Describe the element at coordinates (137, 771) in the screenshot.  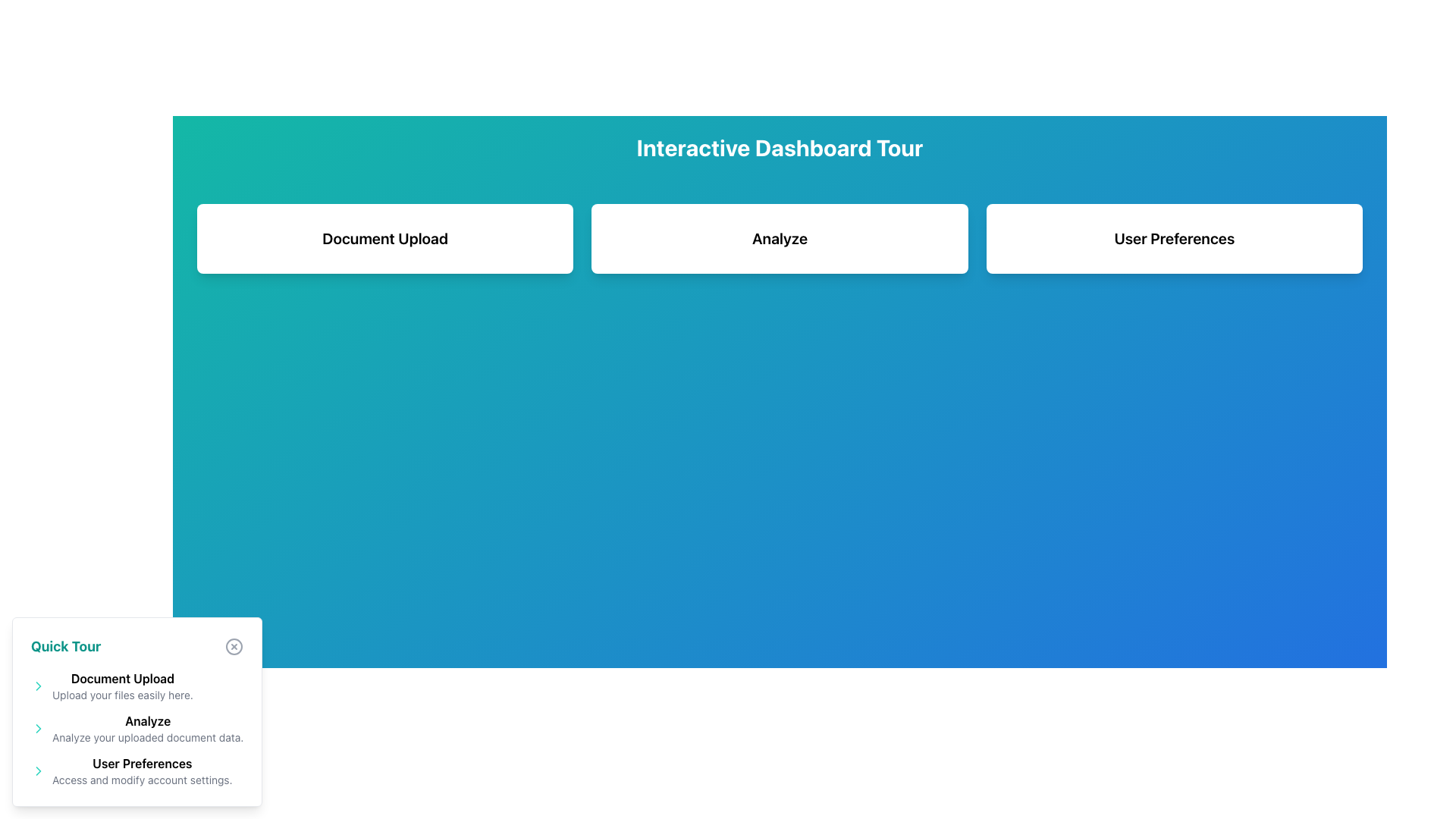
I see `the chevron on the third list item for managing user preferences and account settings in the 'Quick Tour' section` at that location.